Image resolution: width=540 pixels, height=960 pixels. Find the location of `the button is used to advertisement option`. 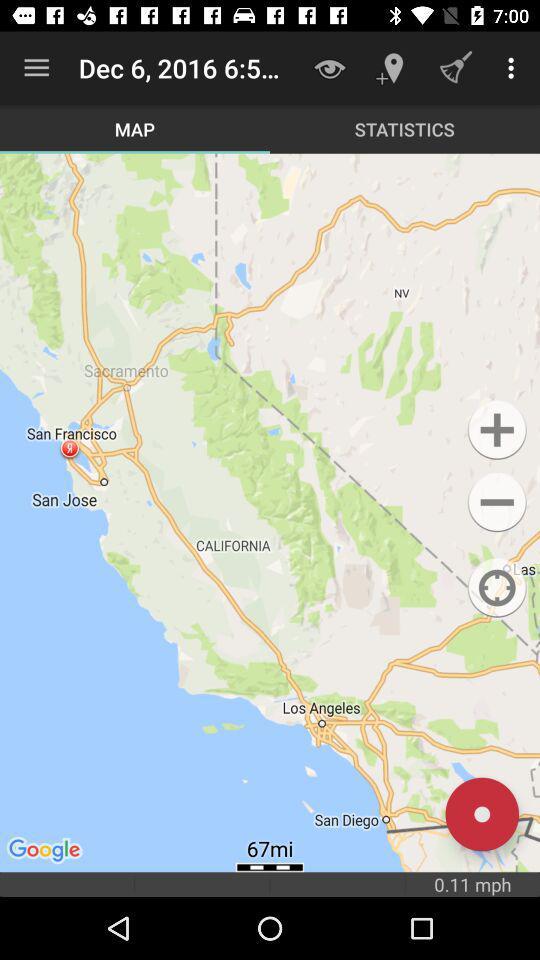

the button is used to advertisement option is located at coordinates (496, 430).